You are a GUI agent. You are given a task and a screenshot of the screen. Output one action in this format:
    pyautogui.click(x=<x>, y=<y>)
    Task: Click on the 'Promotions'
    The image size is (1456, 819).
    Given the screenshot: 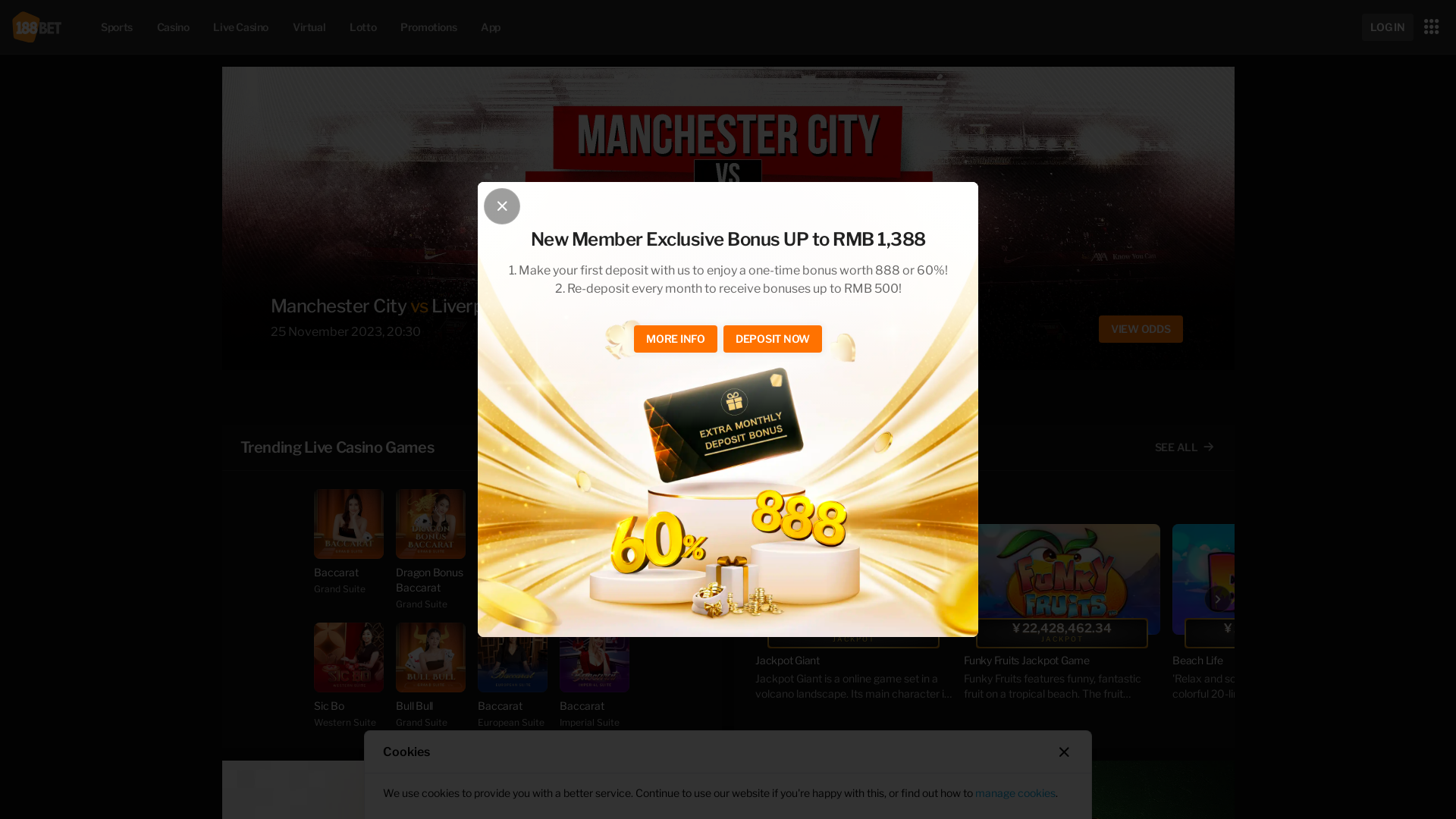 What is the action you would take?
    pyautogui.click(x=388, y=26)
    